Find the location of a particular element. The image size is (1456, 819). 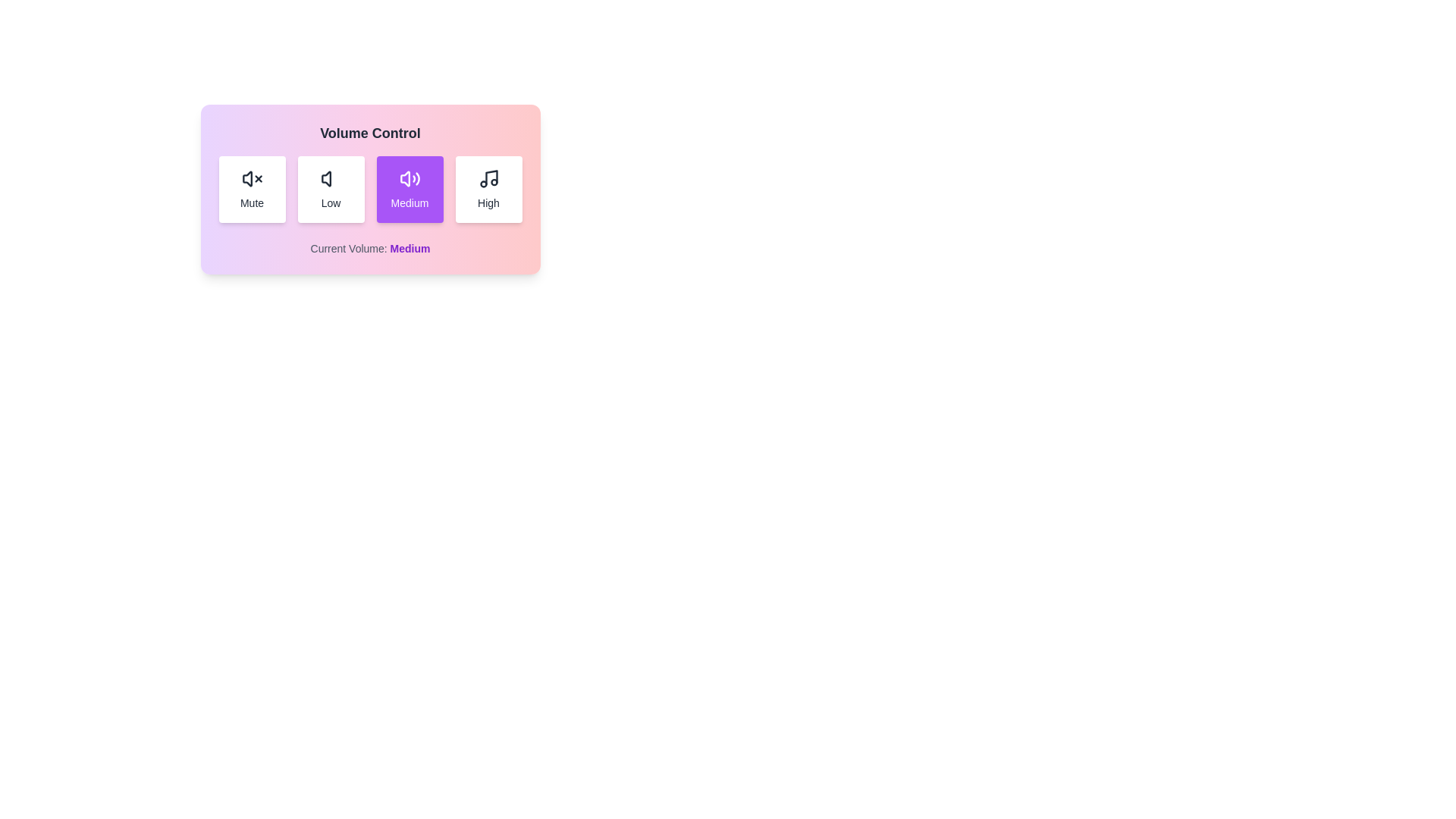

the volume button corresponding to Low is located at coordinates (330, 189).